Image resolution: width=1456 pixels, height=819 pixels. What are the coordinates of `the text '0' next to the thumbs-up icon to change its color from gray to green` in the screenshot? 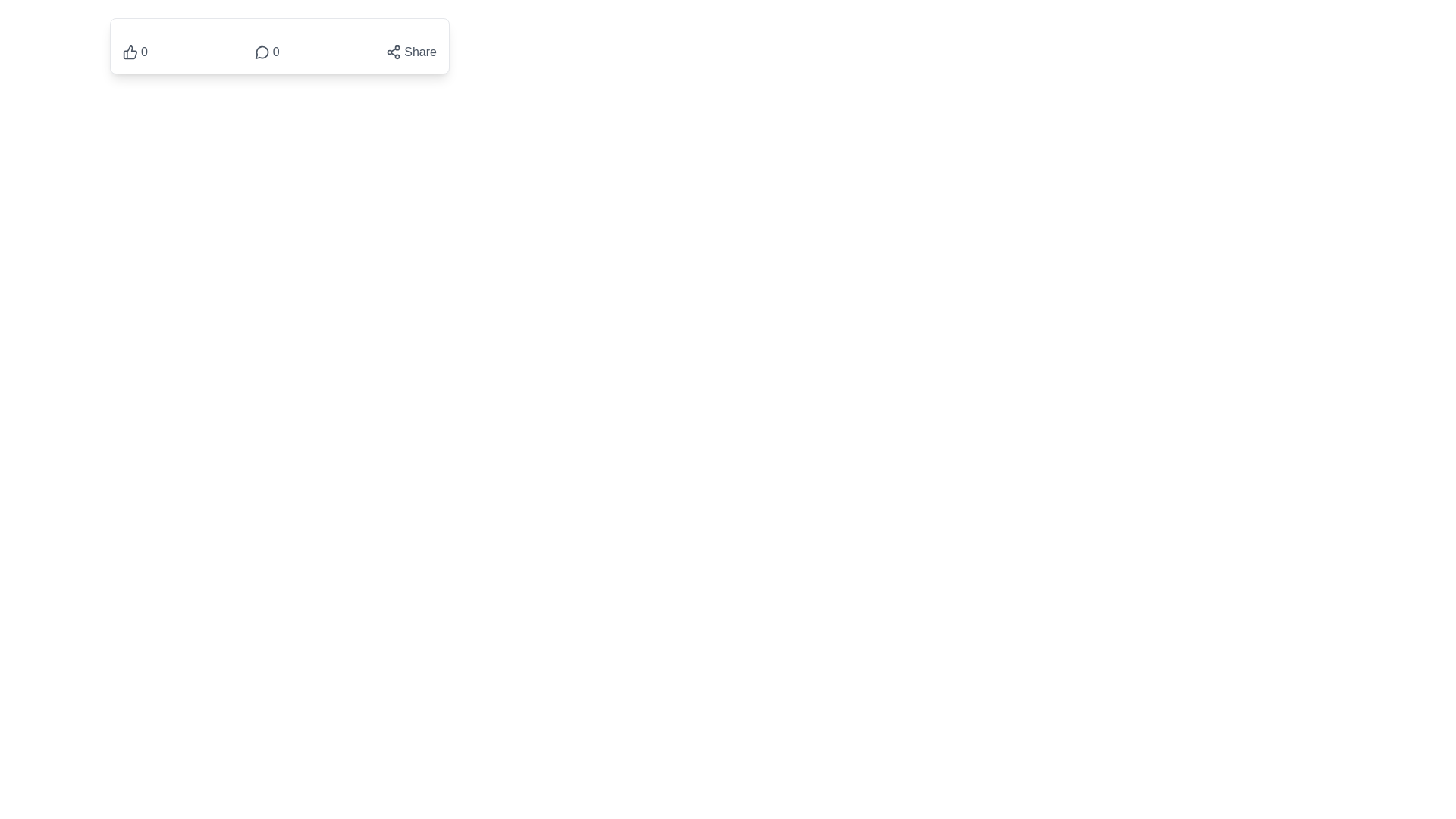 It's located at (135, 52).